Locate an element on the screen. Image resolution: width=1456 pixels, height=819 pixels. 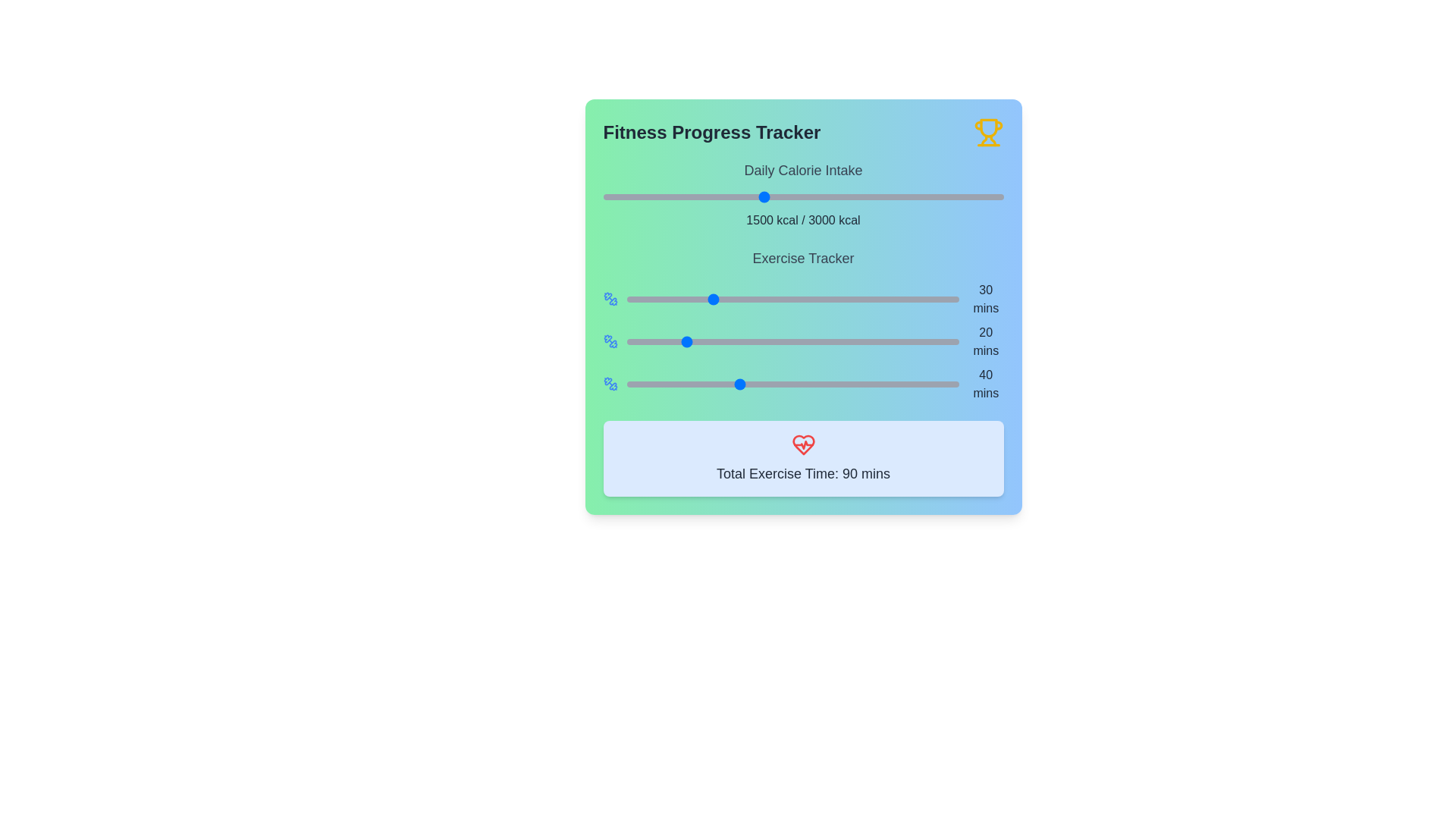
daily calorie intake is located at coordinates (1002, 196).